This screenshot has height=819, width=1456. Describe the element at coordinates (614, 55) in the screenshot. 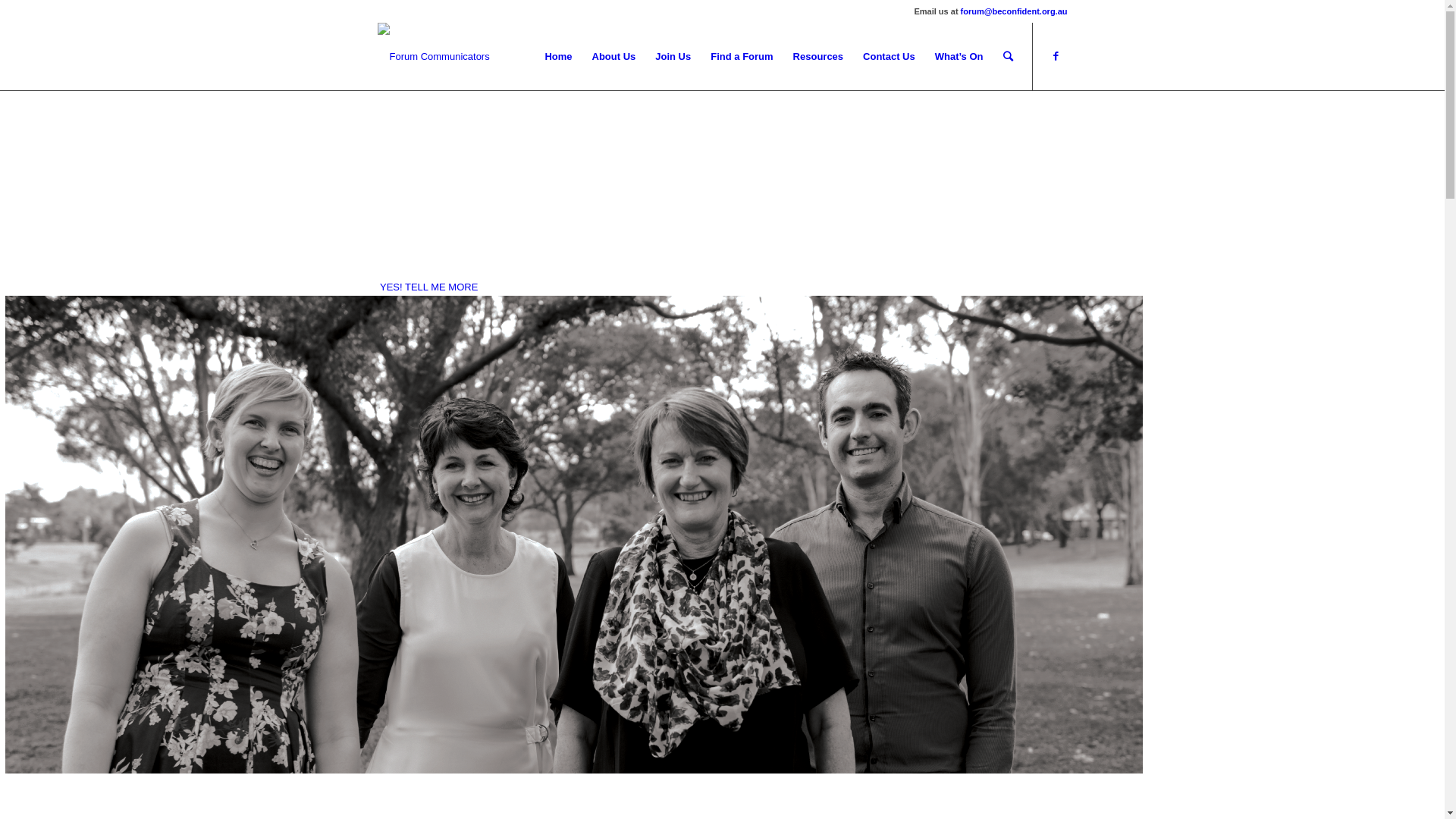

I see `'About Us'` at that location.